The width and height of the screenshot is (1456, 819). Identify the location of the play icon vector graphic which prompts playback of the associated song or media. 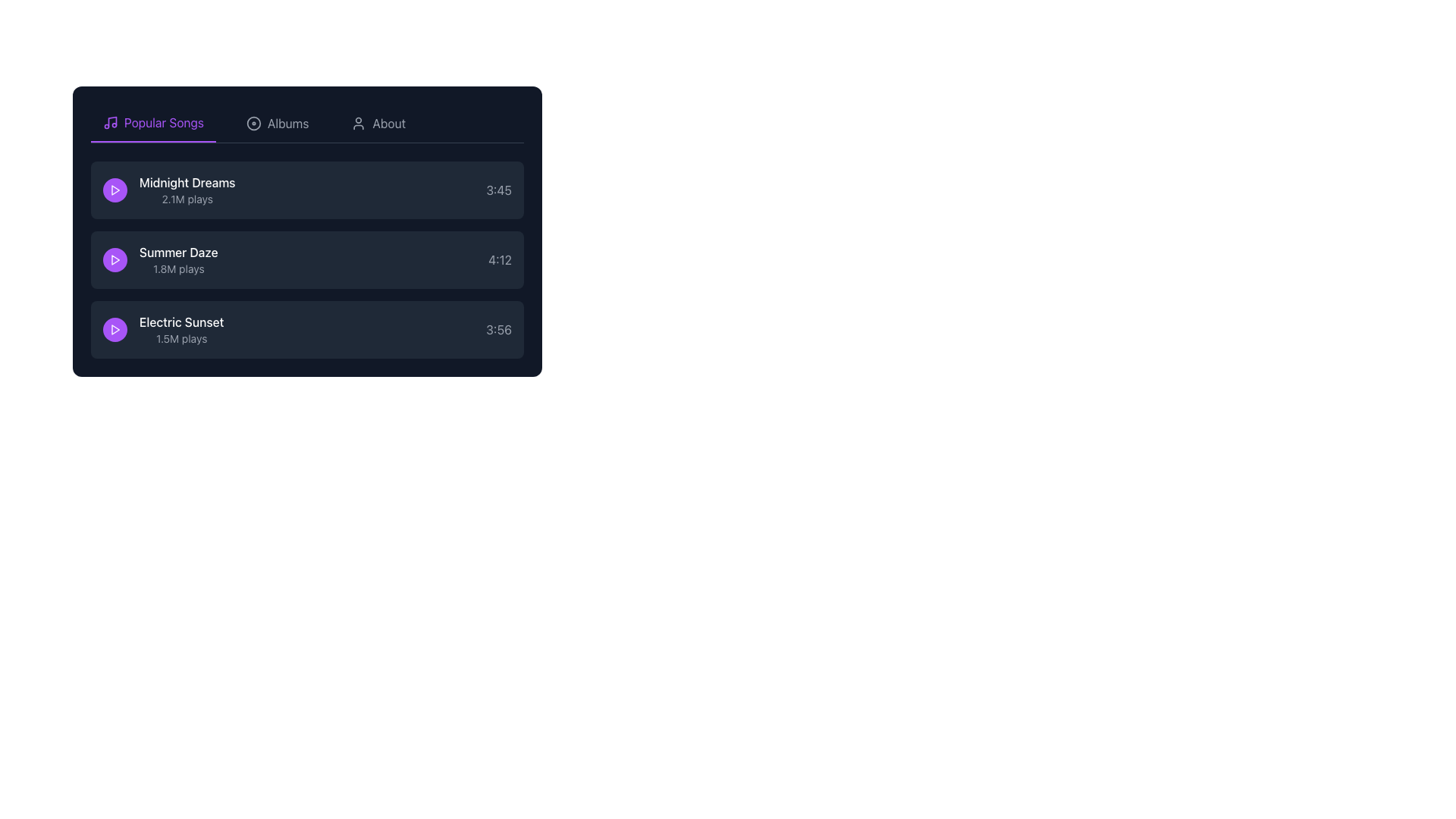
(115, 329).